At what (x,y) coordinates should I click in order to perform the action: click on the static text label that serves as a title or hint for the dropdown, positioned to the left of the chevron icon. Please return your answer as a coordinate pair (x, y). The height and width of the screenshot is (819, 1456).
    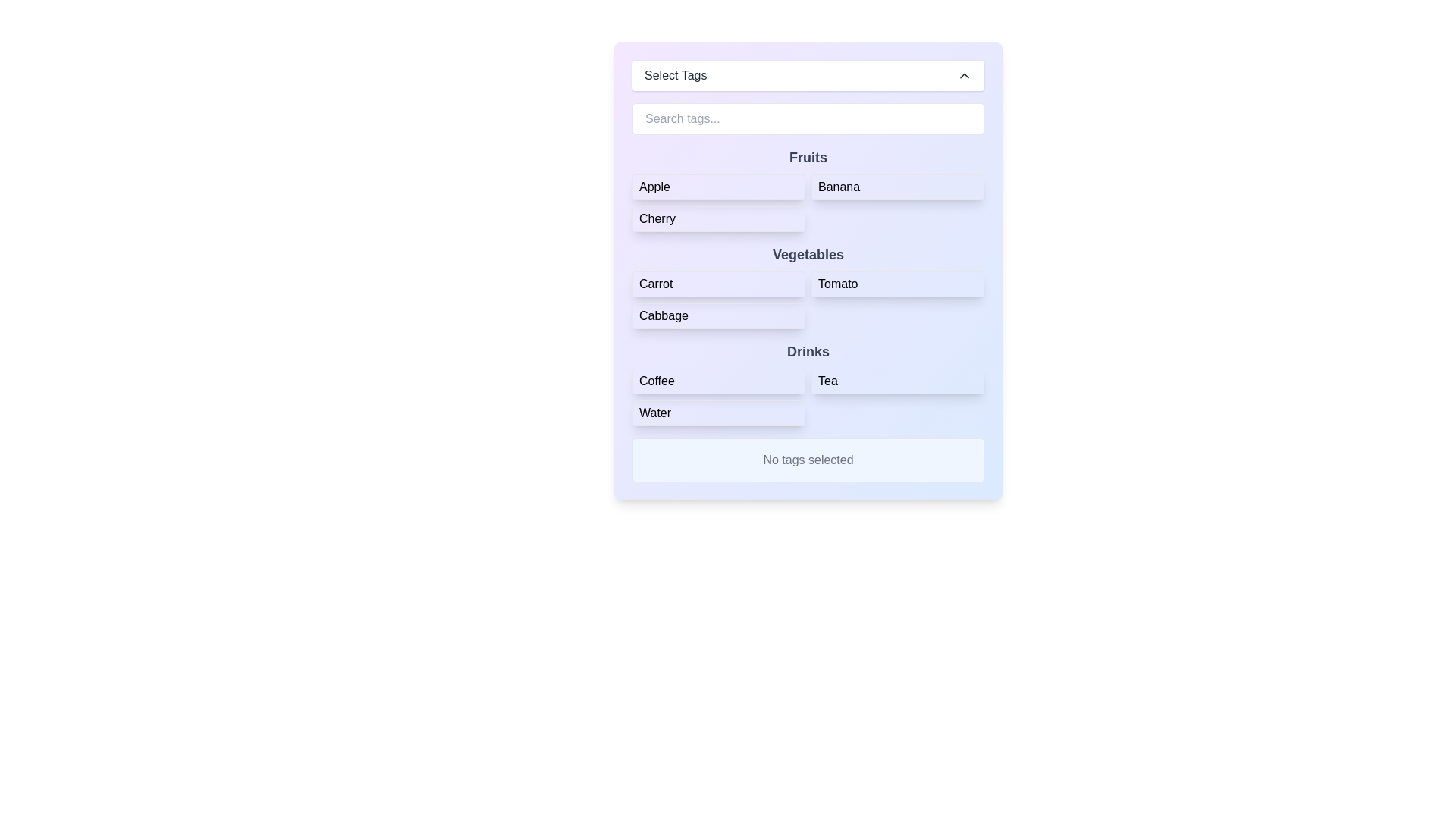
    Looking at the image, I should click on (675, 76).